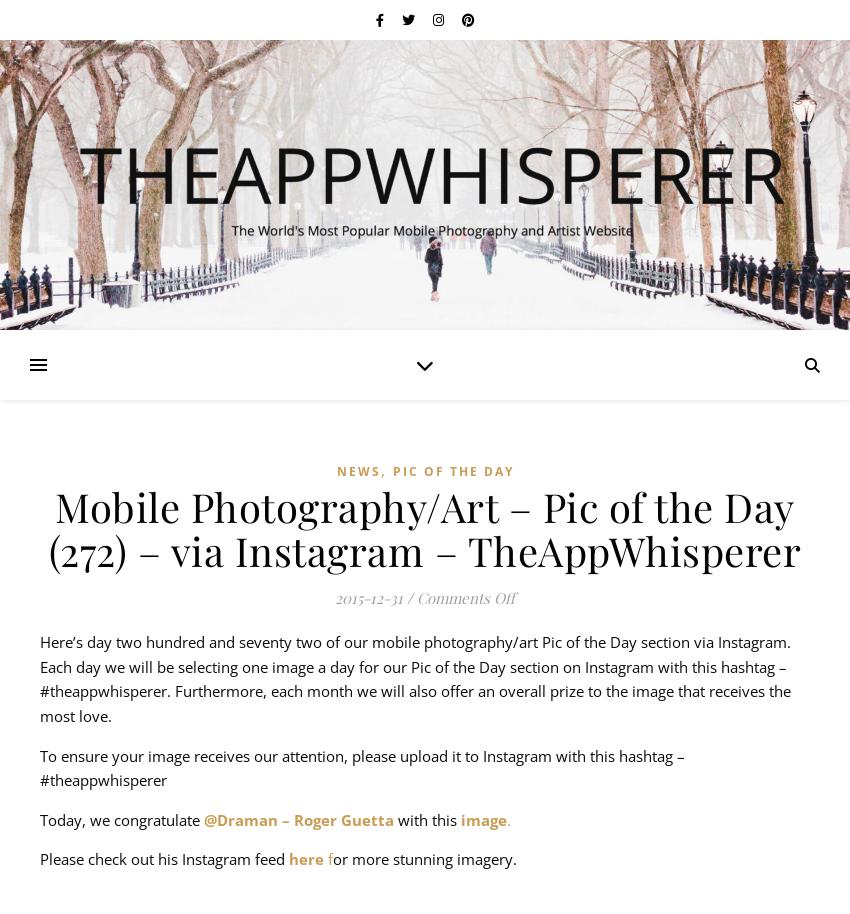  Describe the element at coordinates (508, 818) in the screenshot. I see `'.'` at that location.